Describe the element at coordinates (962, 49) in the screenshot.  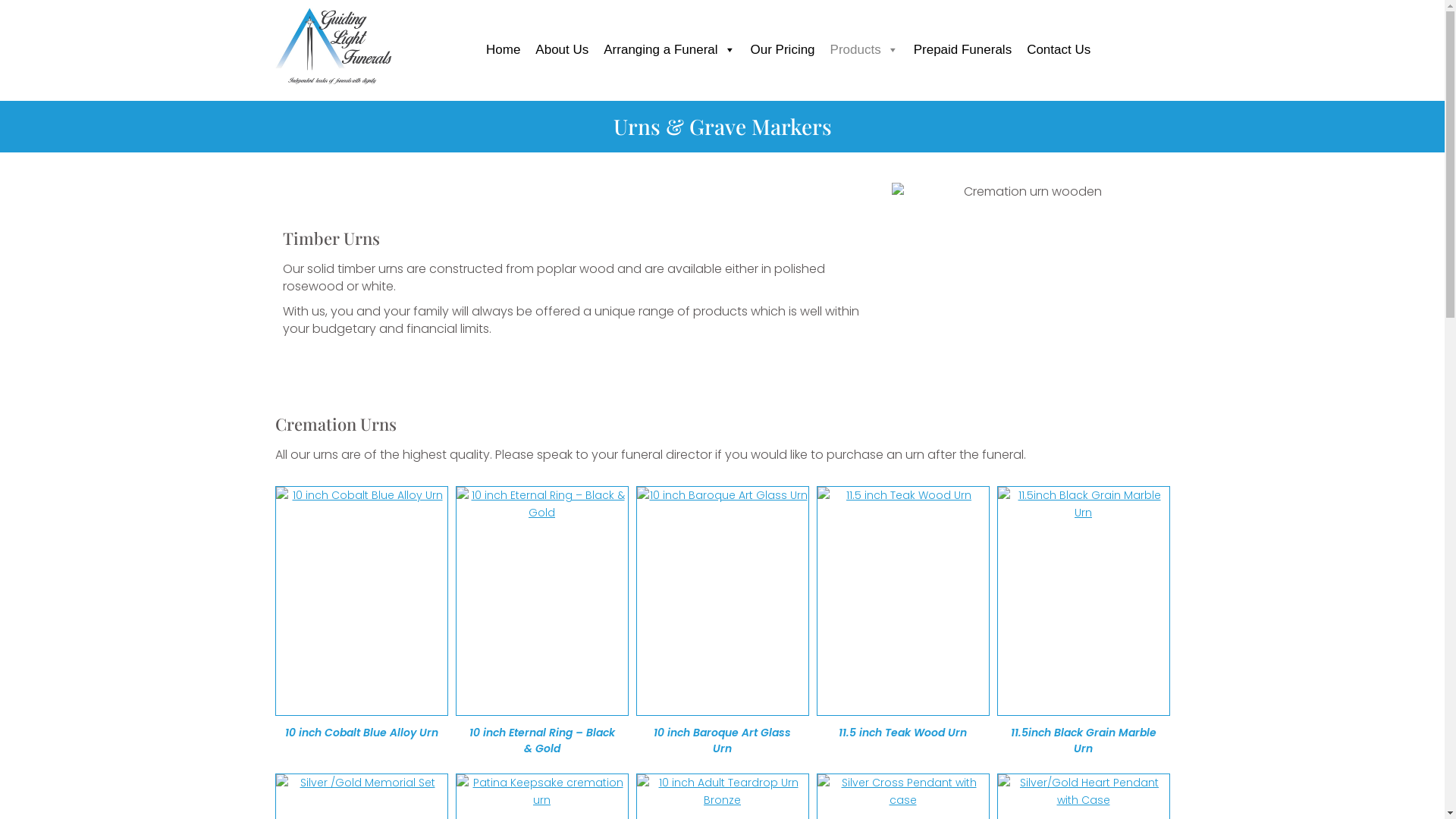
I see `'Prepaid Funerals'` at that location.